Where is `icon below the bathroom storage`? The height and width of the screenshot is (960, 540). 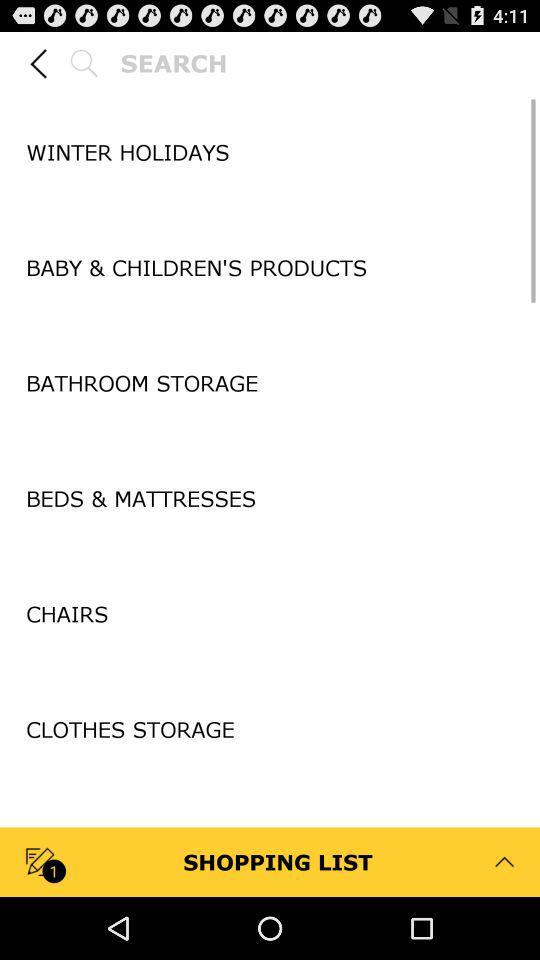 icon below the bathroom storage is located at coordinates (270, 440).